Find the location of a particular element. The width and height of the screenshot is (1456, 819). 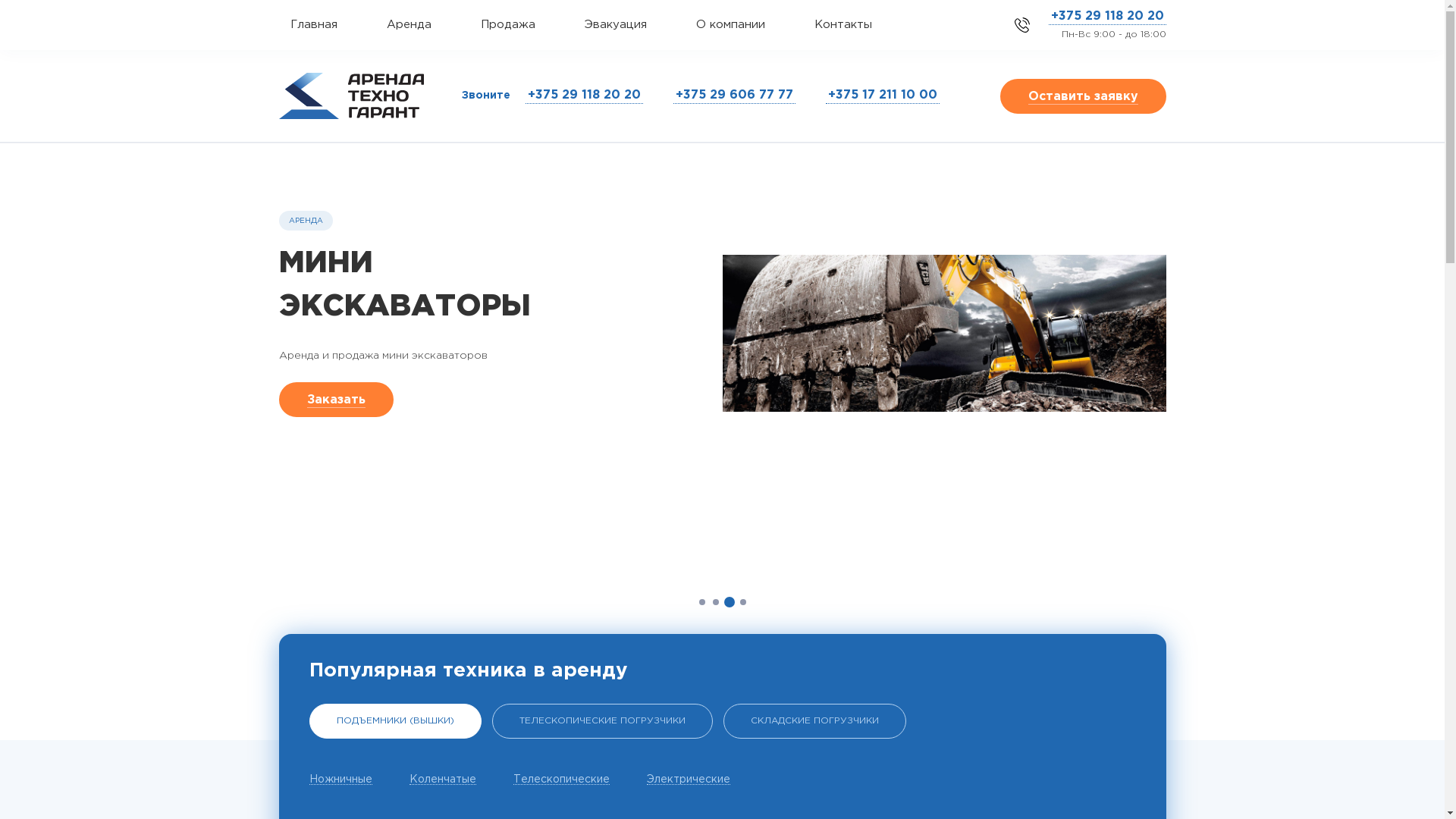

'+375 29 118 20 20' is located at coordinates (1047, 17).